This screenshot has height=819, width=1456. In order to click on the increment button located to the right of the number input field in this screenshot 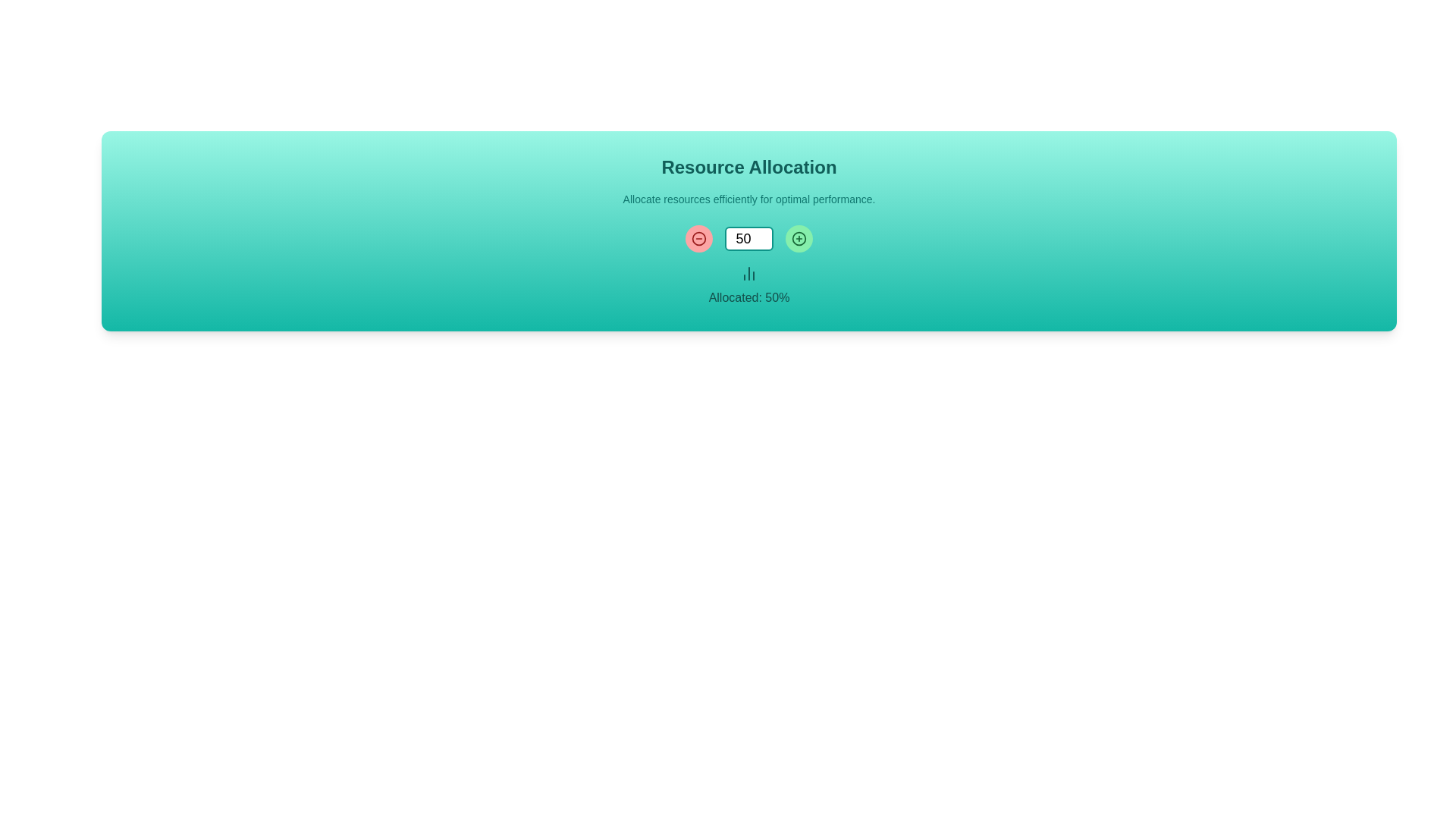, I will do `click(799, 239)`.